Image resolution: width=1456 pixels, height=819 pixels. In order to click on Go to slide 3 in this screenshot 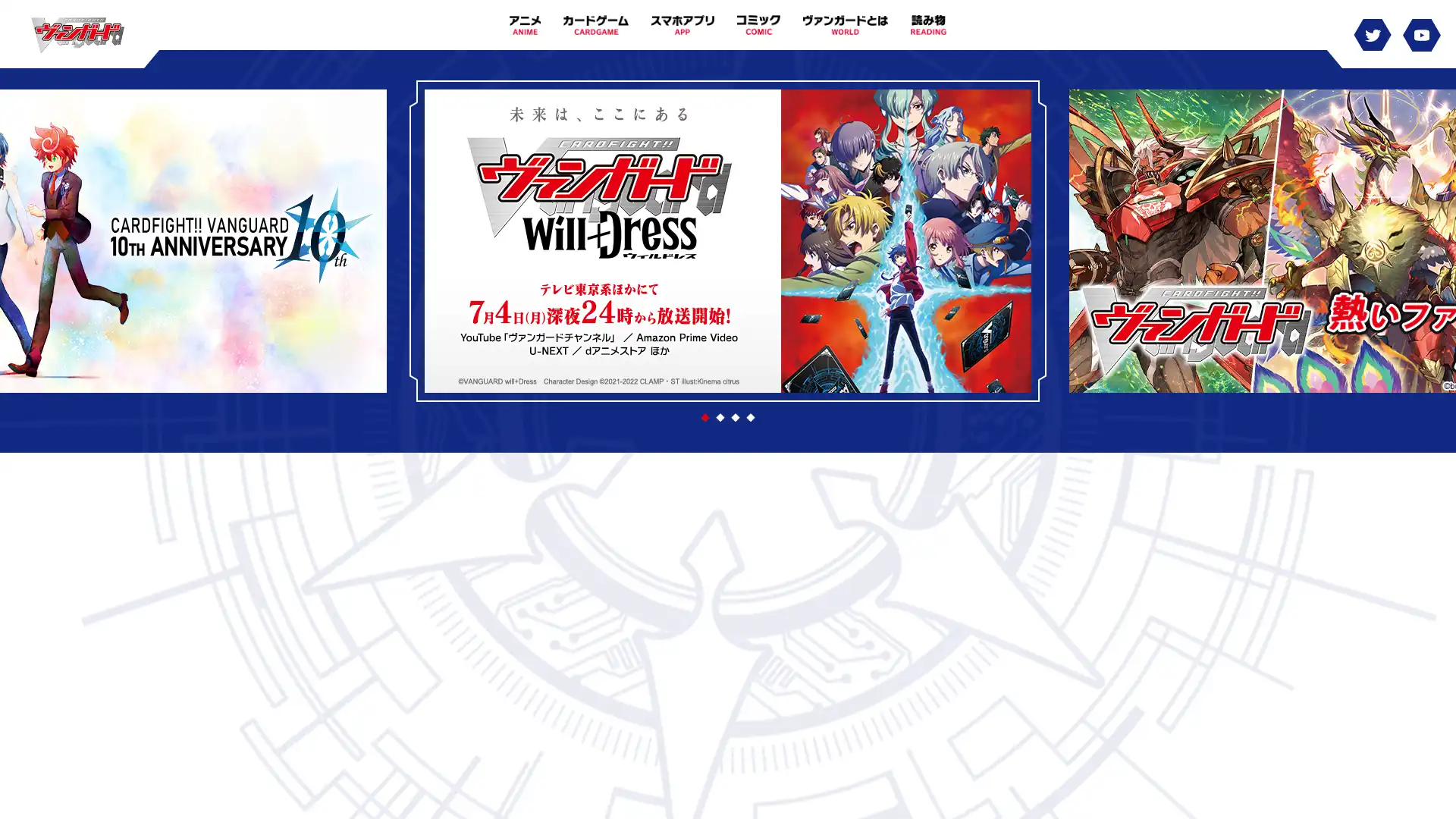, I will do `click(735, 418)`.